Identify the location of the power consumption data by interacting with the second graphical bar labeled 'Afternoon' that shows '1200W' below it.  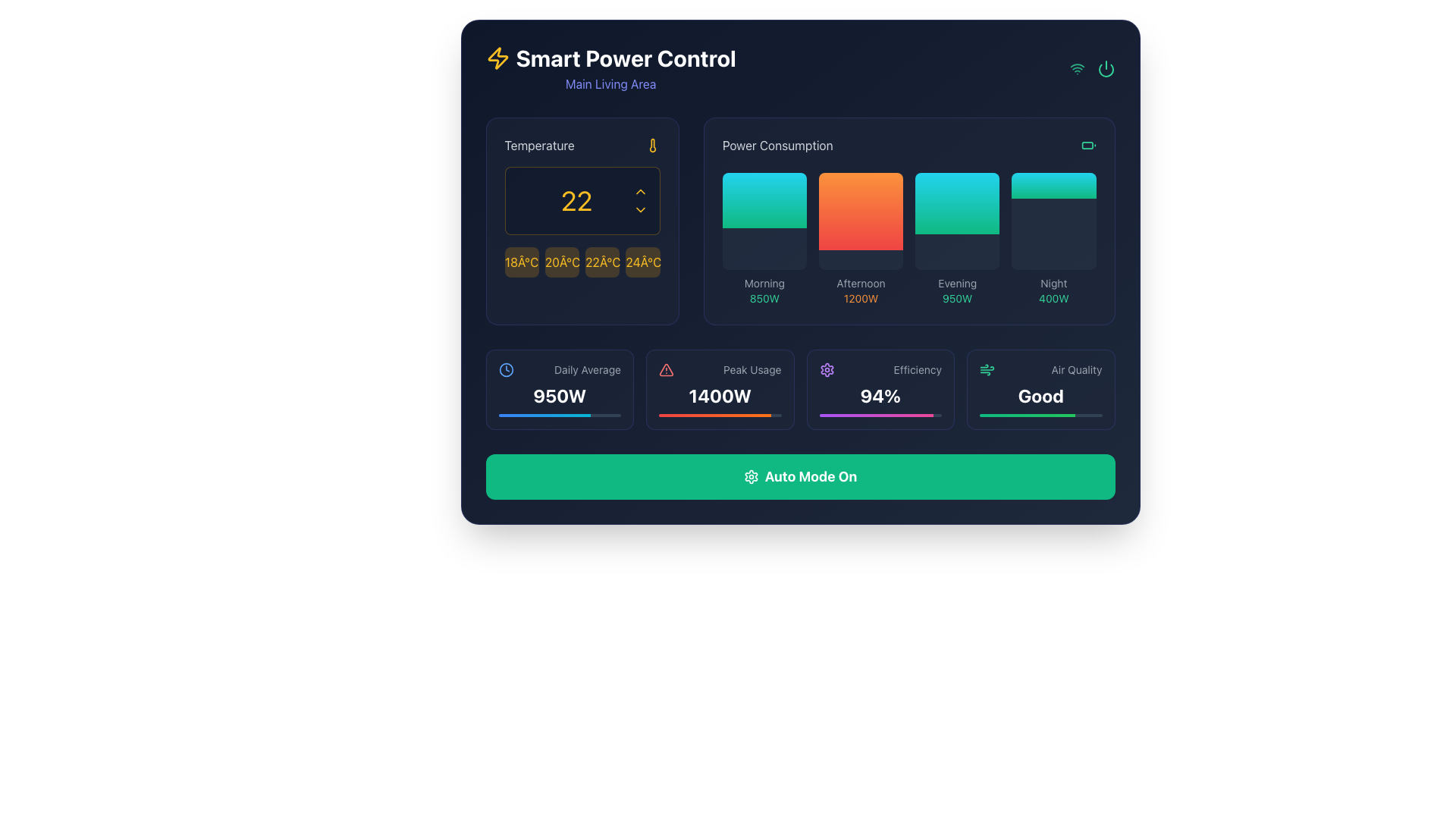
(909, 239).